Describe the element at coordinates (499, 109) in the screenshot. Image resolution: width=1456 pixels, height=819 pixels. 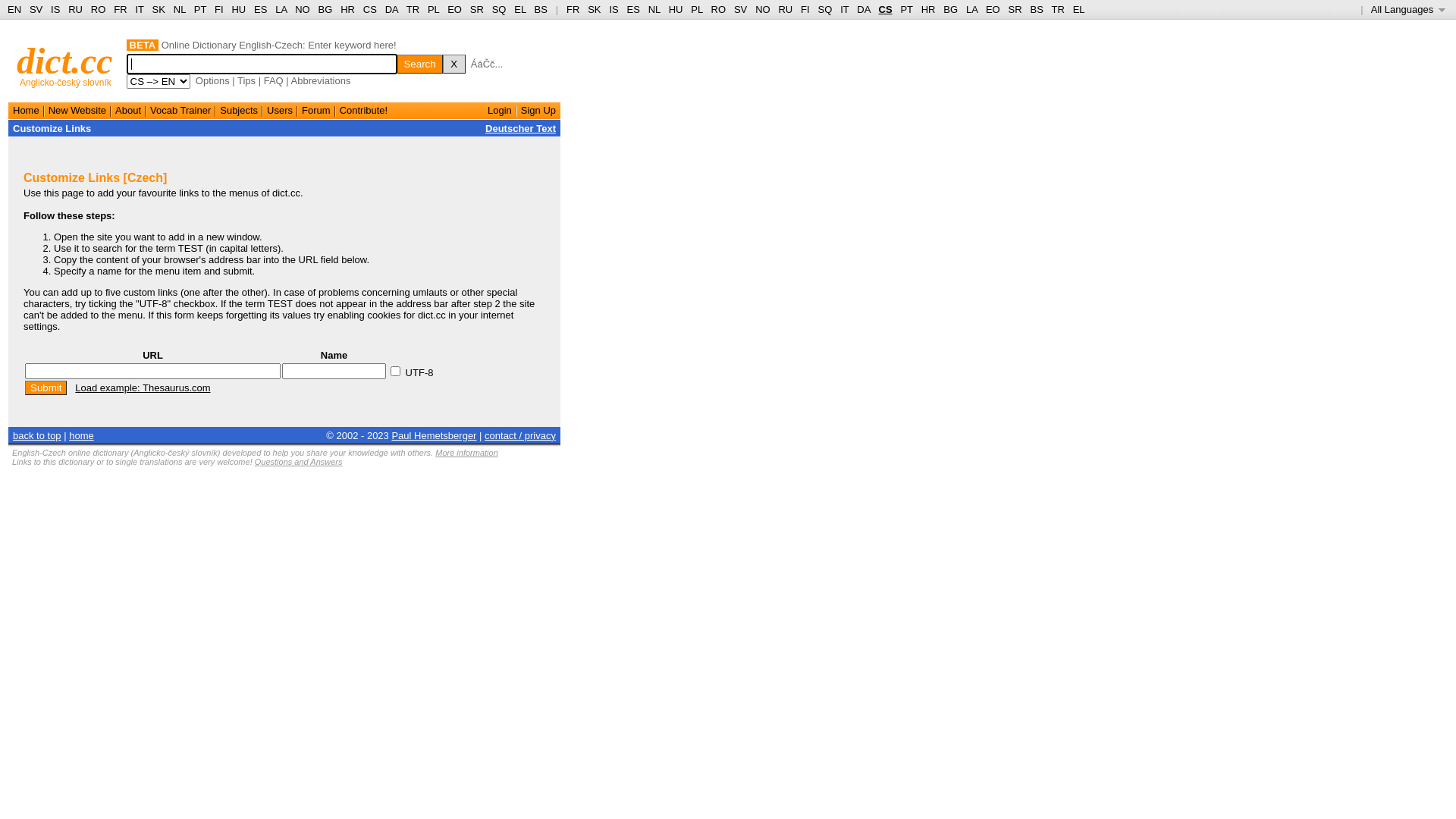
I see `'Login'` at that location.